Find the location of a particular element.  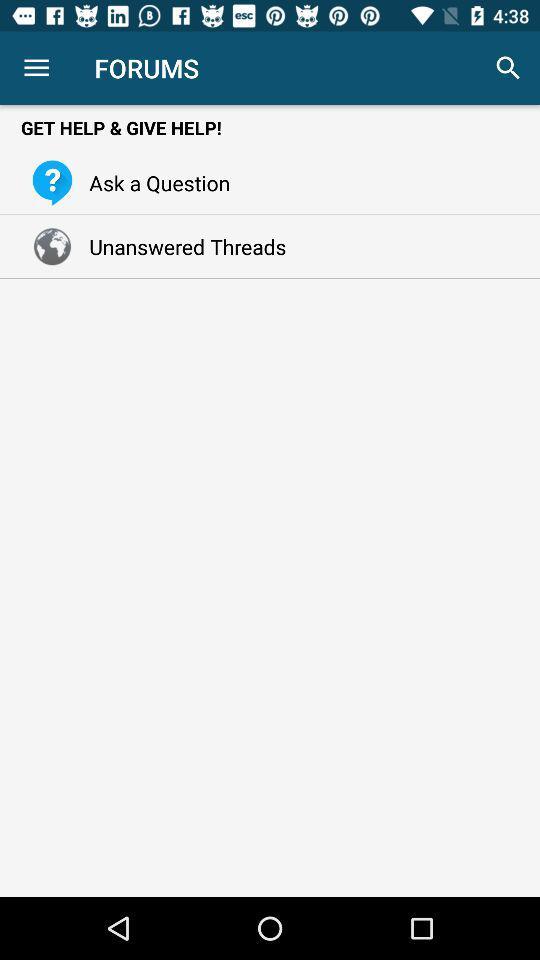

item to the left of the forums icon is located at coordinates (36, 68).